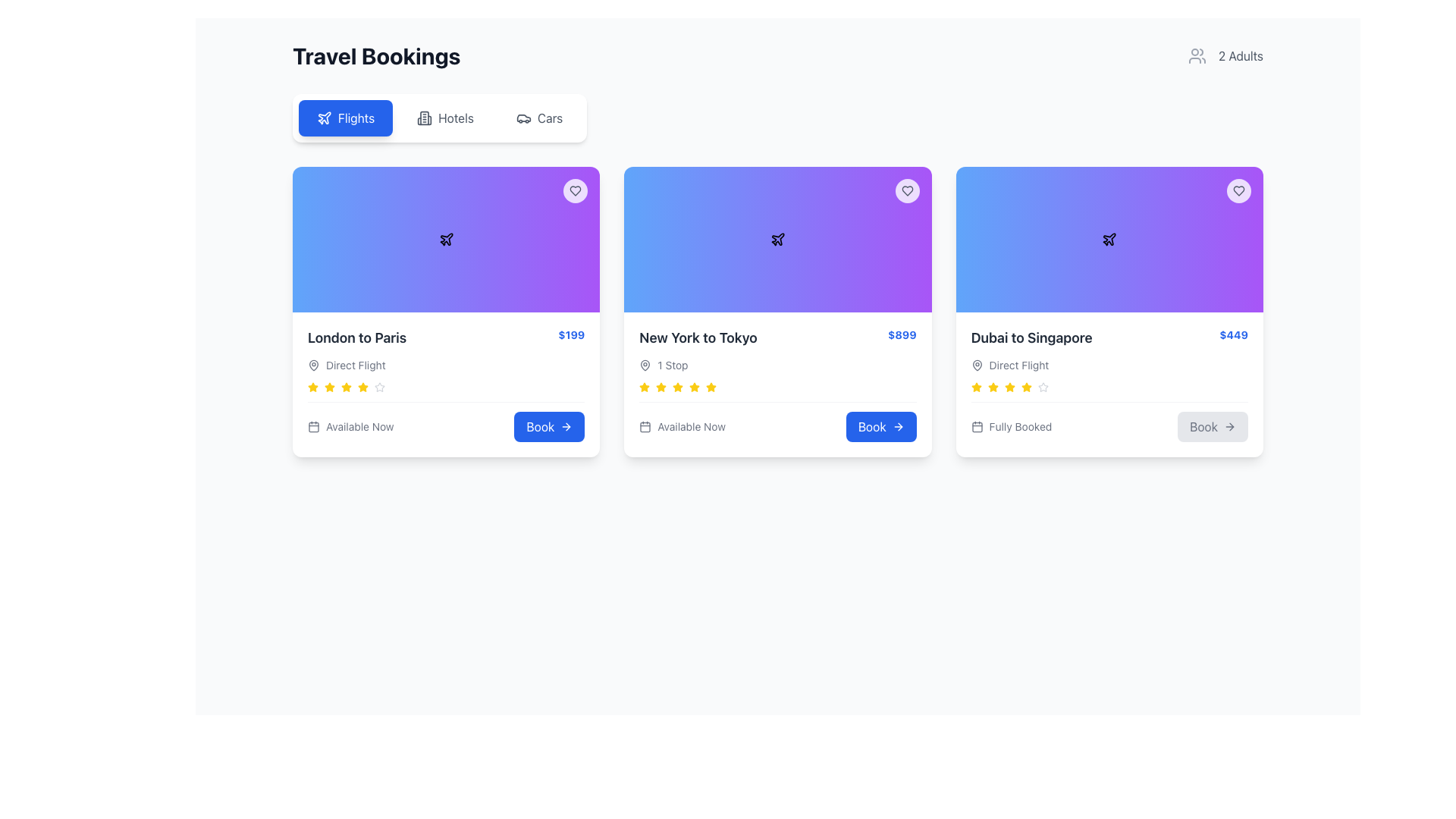  Describe the element at coordinates (362, 386) in the screenshot. I see `the fifth star icon representing the rating for the 'London to Paris' flight card, which is the first card in the row` at that location.